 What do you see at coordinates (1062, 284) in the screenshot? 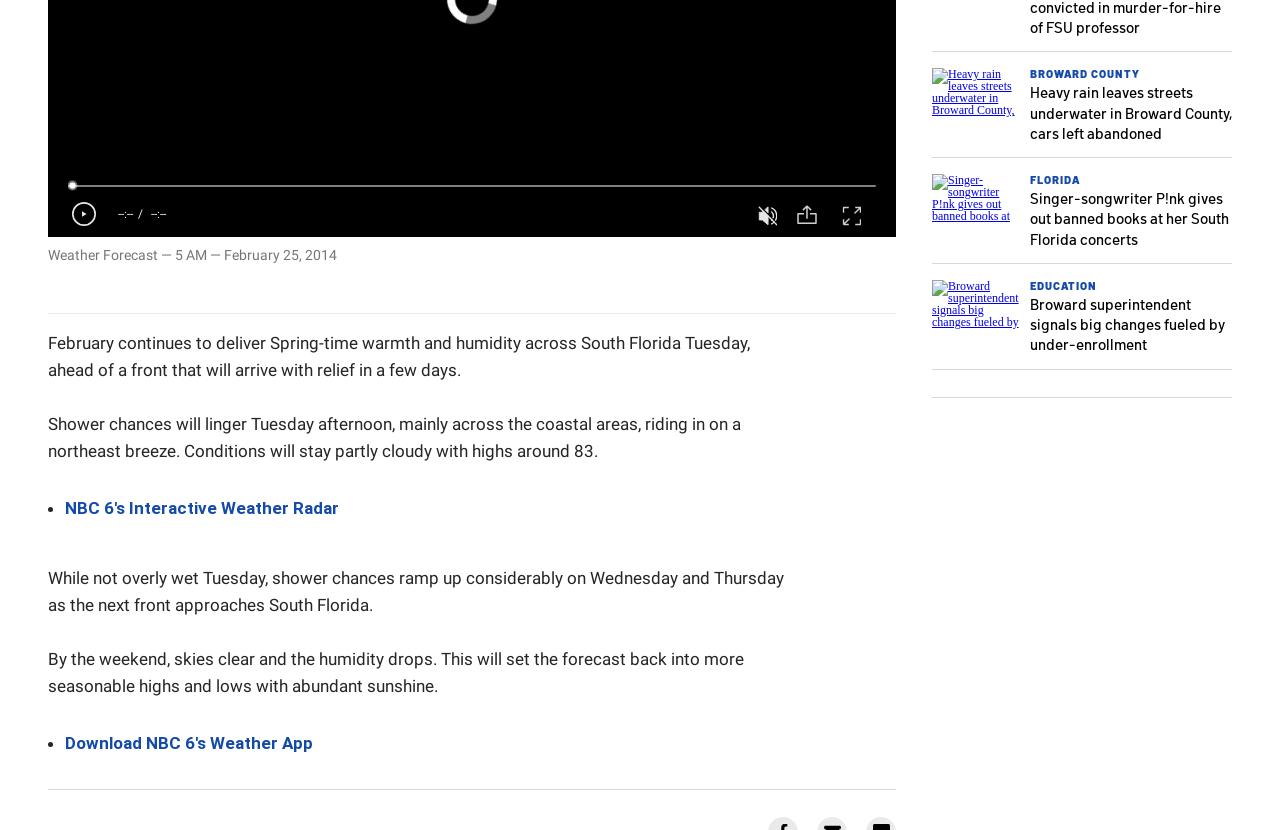
I see `'Education'` at bounding box center [1062, 284].